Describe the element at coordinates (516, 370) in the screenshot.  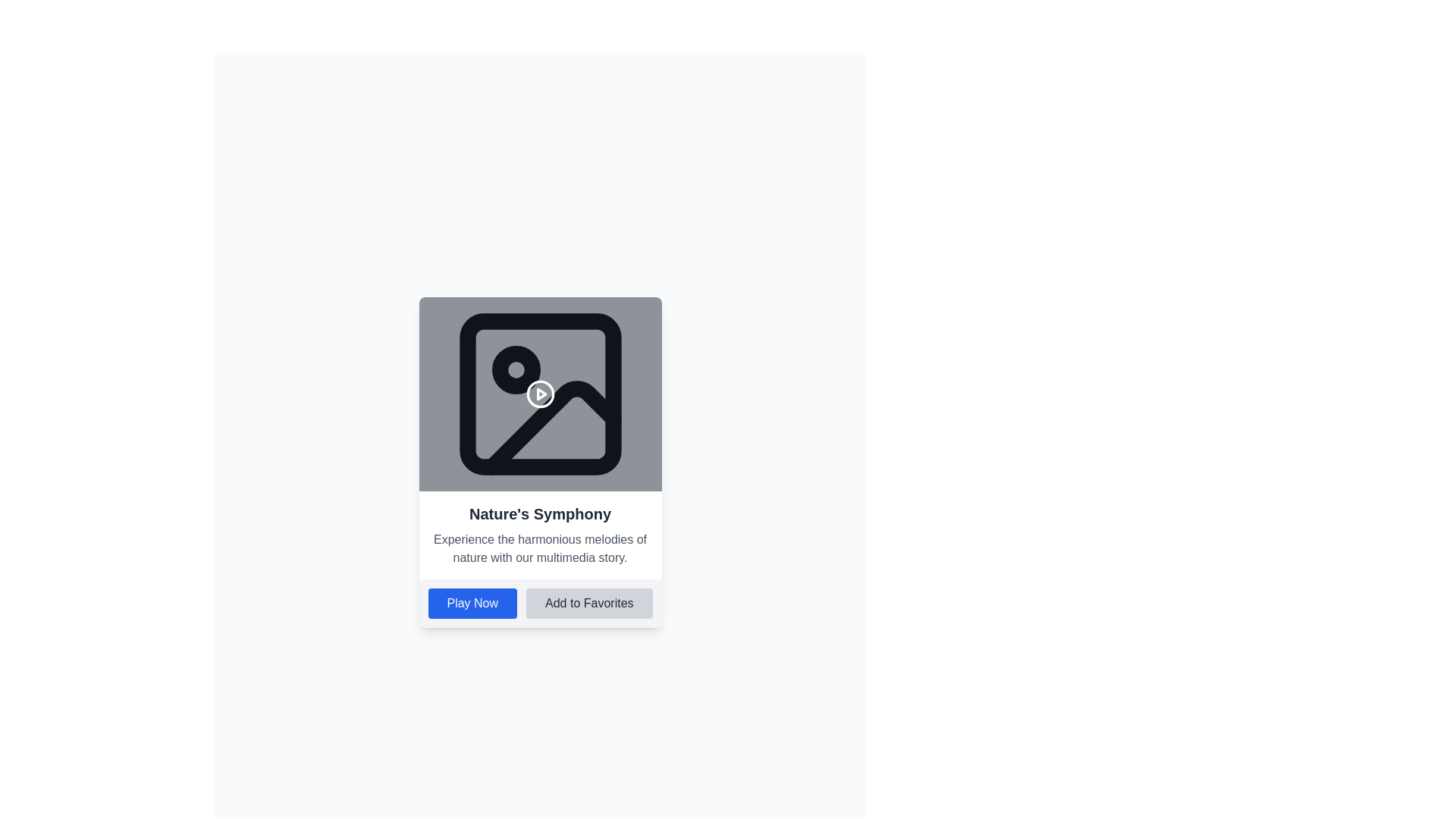
I see `the small circular shape that is positioned inside a larger grayscale icon resembling a picture frame, located at the upper section of a multimedia card` at that location.